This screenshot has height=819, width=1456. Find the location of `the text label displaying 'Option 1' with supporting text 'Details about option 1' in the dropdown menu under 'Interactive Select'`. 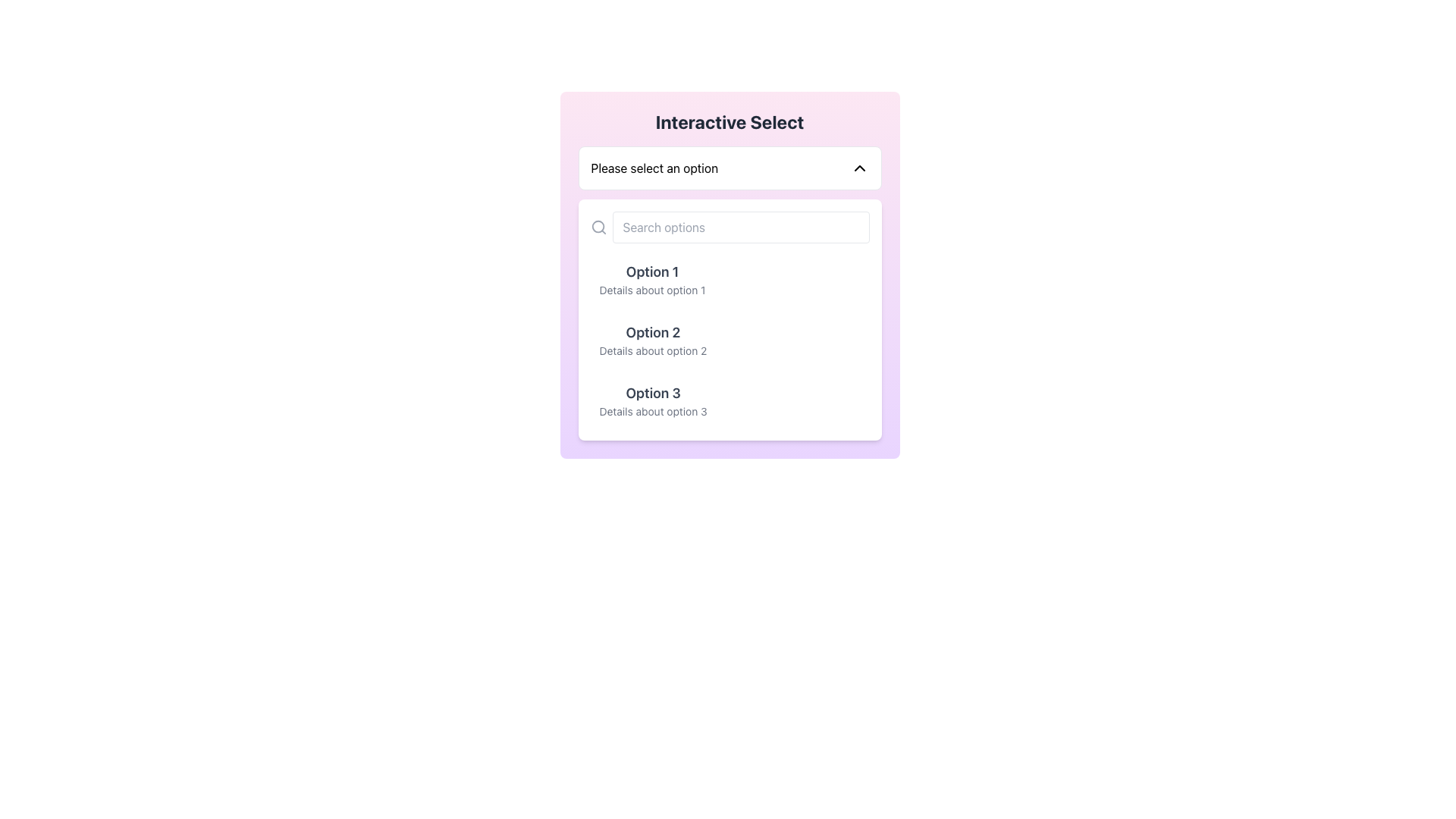

the text label displaying 'Option 1' with supporting text 'Details about option 1' in the dropdown menu under 'Interactive Select' is located at coordinates (652, 280).